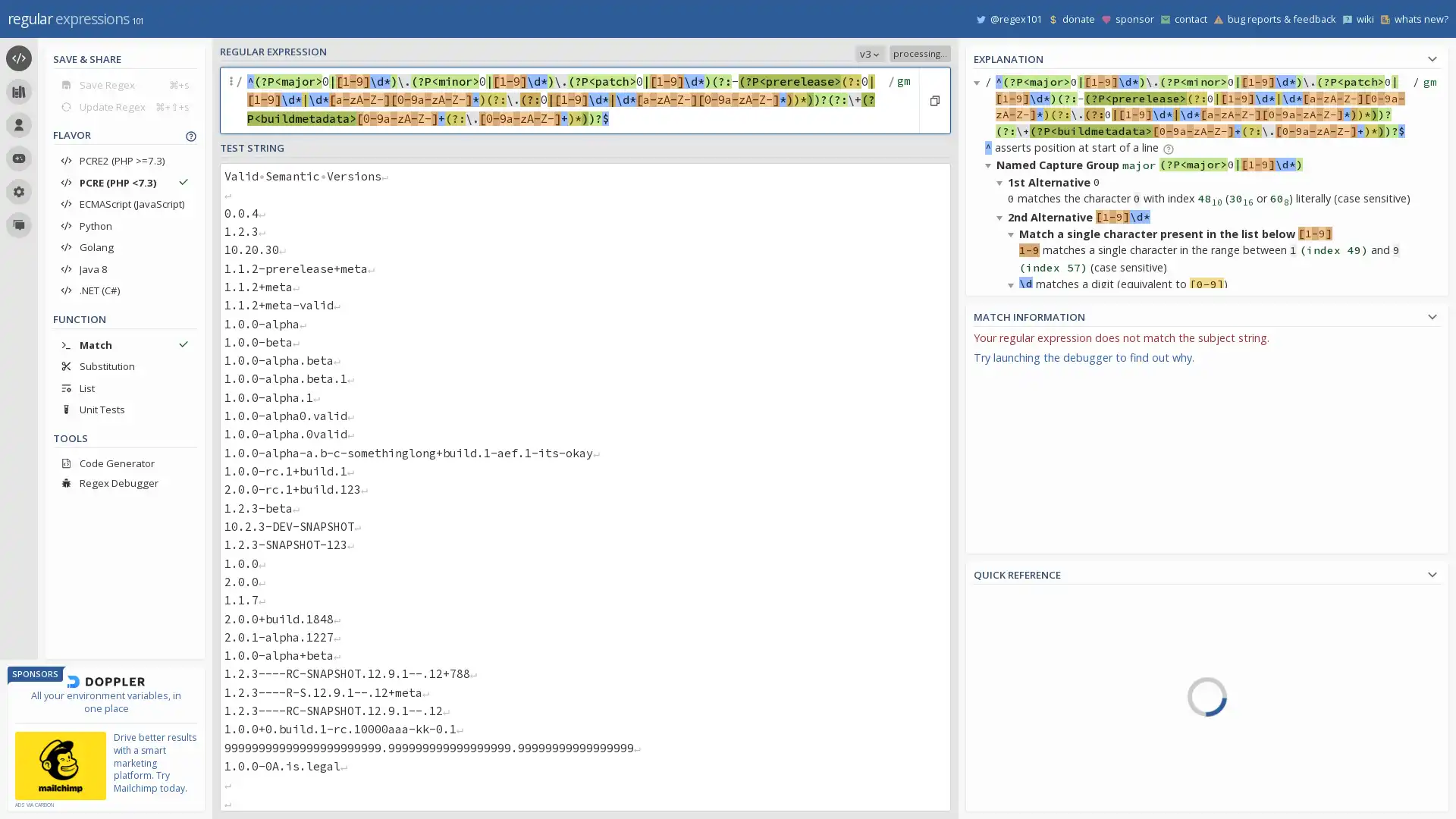 Image resolution: width=1456 pixels, height=819 pixels. I want to click on Set Regex Options, so click(902, 100).